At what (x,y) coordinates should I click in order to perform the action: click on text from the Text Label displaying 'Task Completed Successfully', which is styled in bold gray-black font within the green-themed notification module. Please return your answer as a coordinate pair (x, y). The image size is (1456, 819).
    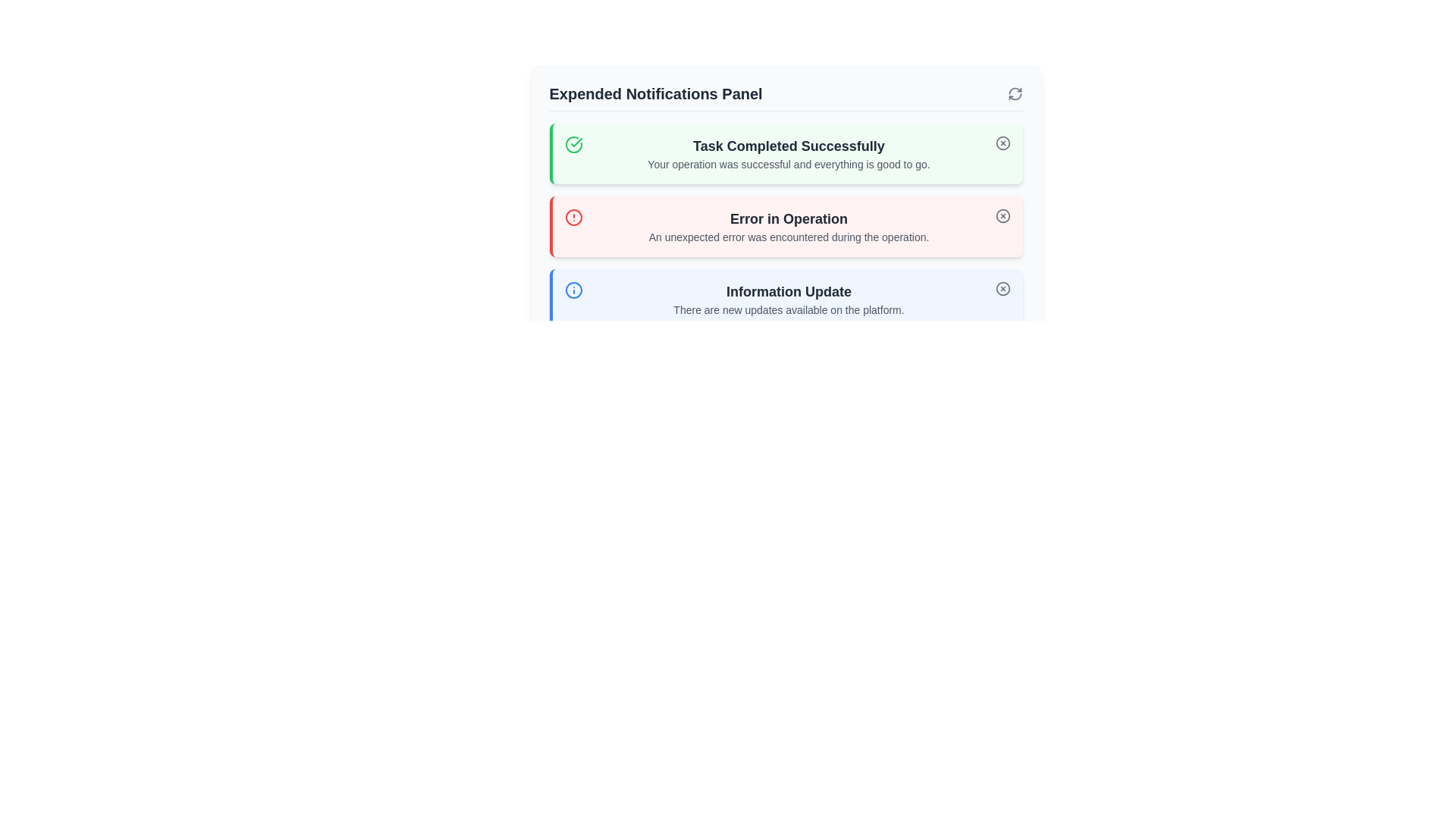
    Looking at the image, I should click on (789, 146).